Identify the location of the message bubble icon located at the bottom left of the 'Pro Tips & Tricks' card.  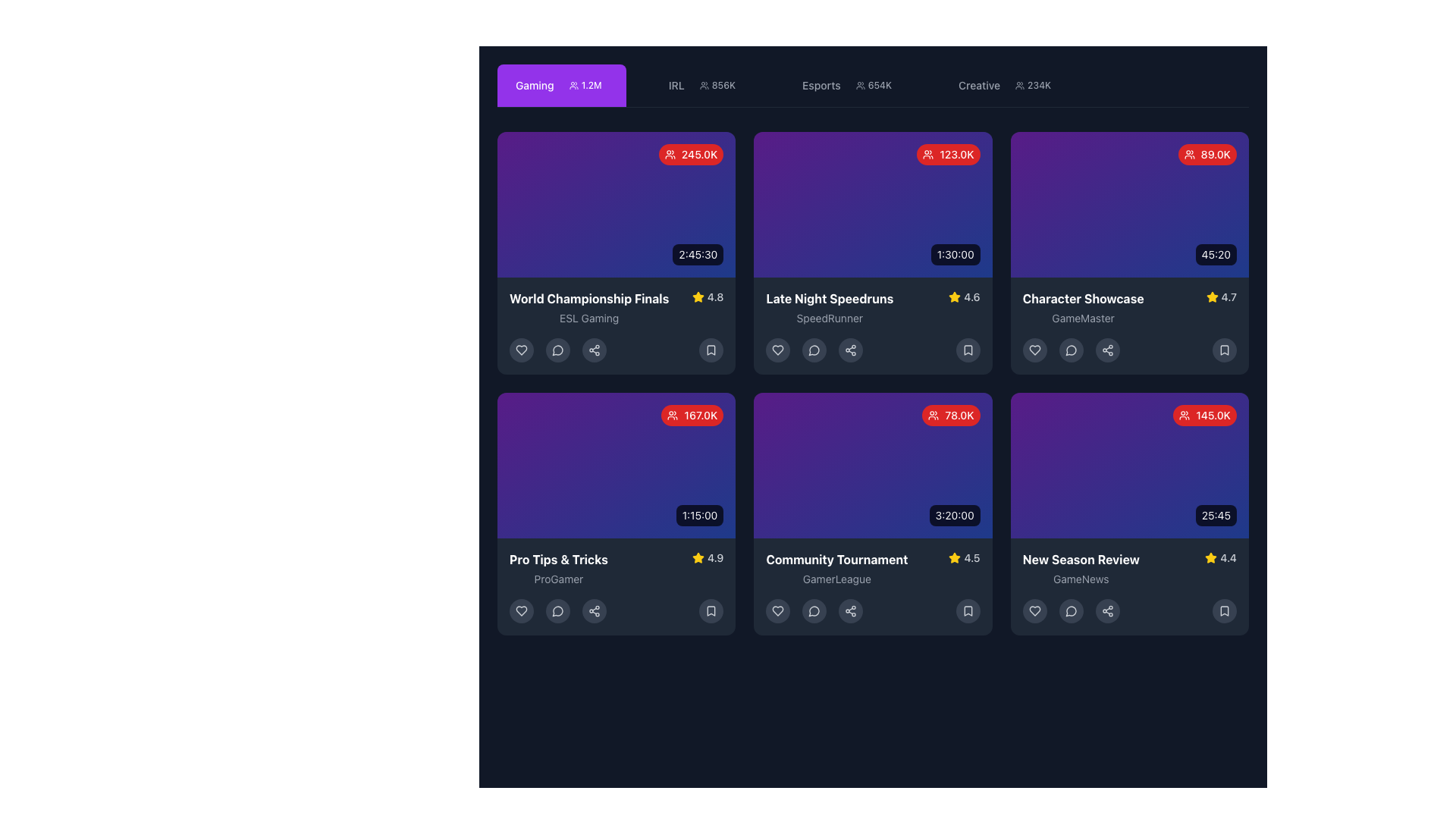
(557, 610).